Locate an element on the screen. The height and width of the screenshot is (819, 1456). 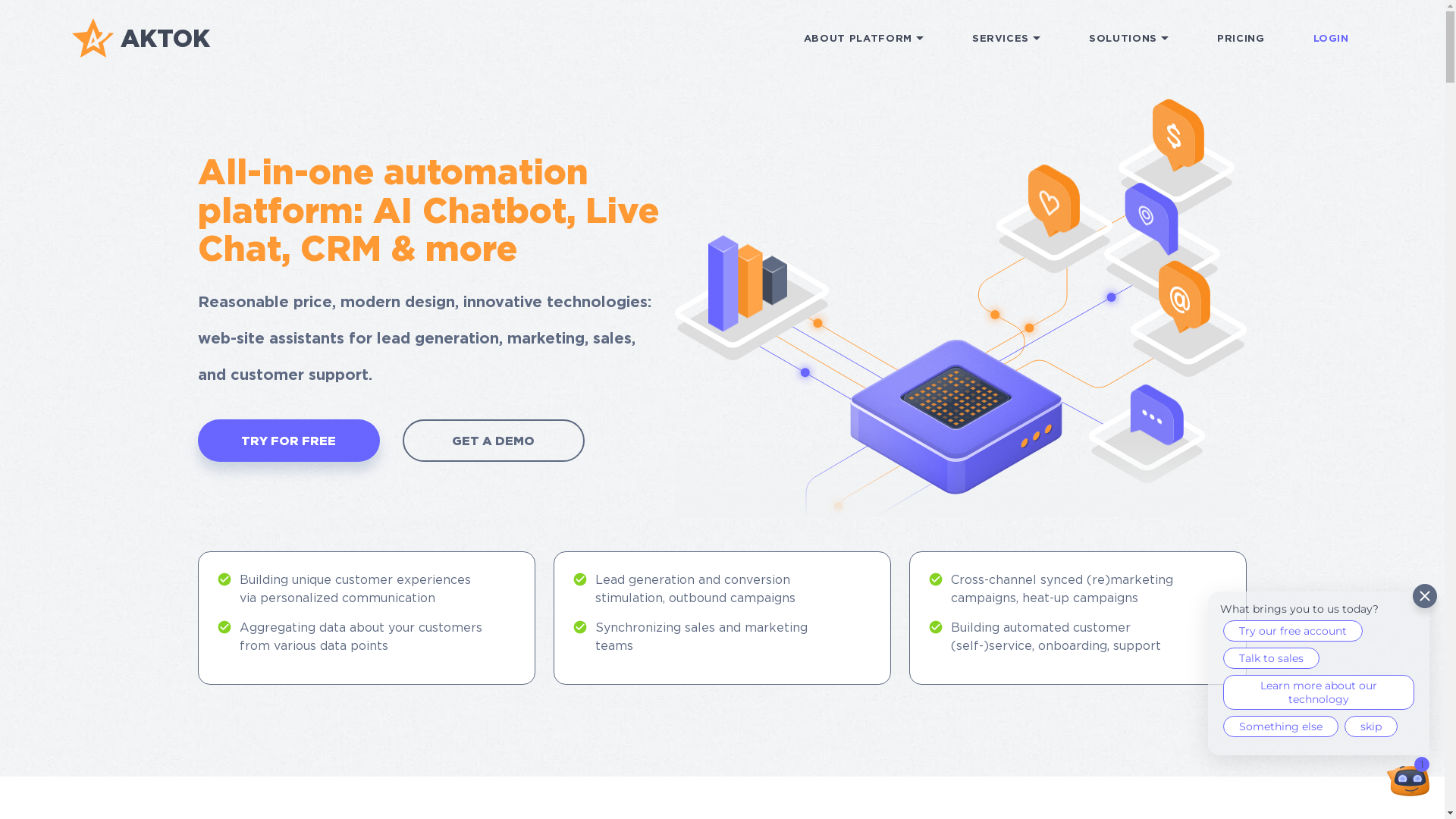
'SOLUTIONS' is located at coordinates (1128, 37).